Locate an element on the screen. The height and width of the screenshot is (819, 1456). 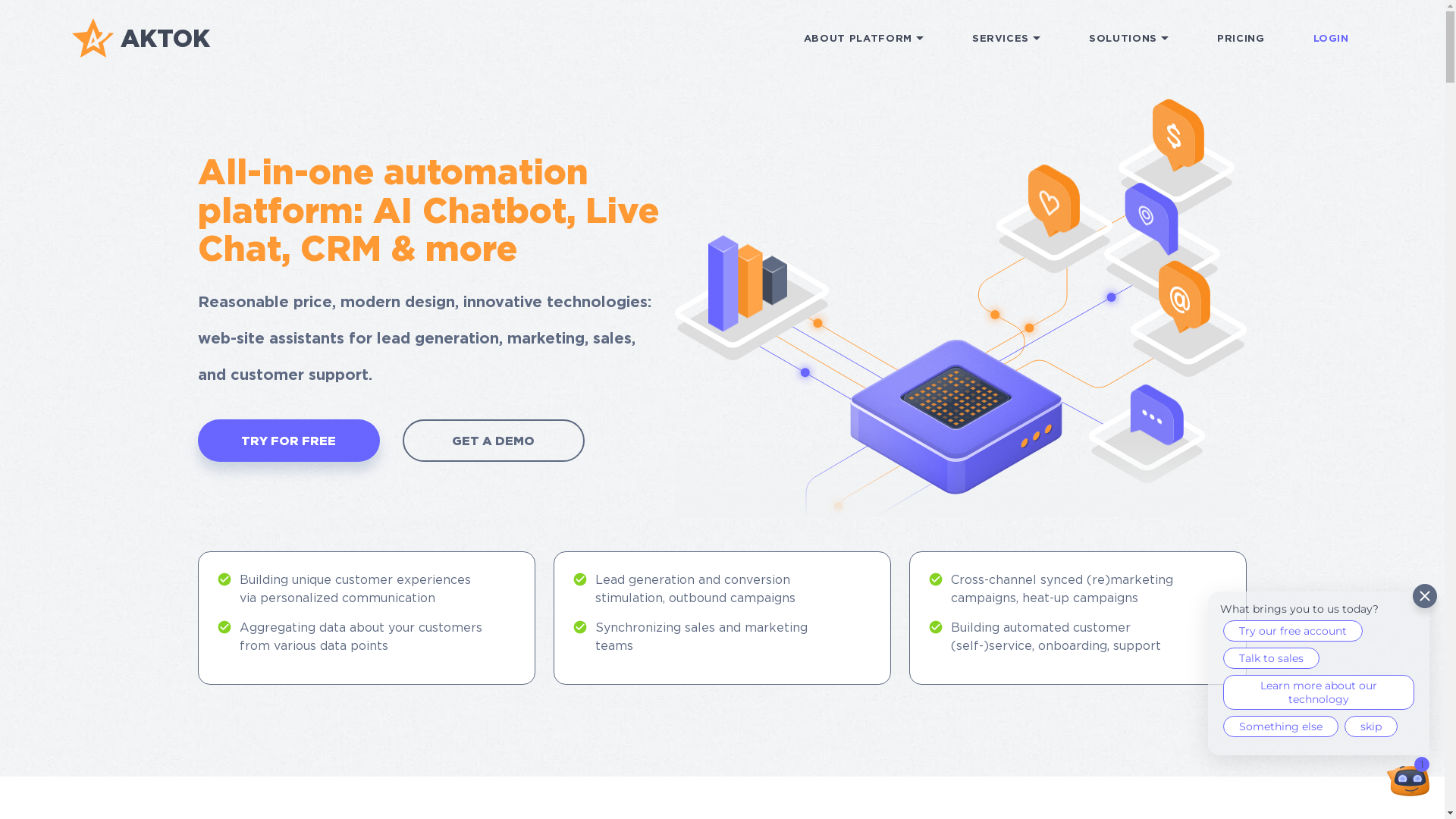
'SOLUTIONS' is located at coordinates (1128, 37).